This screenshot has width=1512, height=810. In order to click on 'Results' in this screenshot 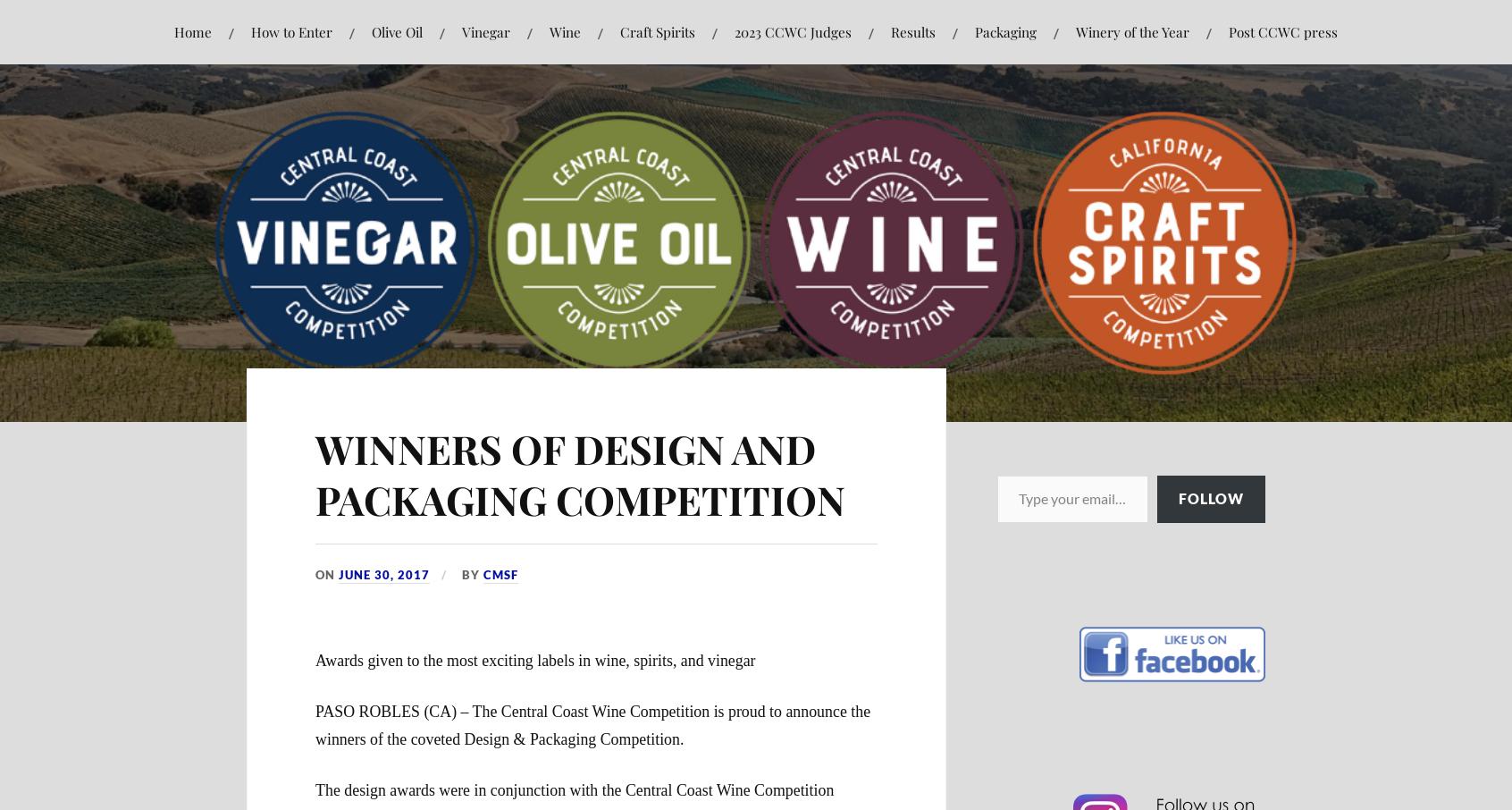, I will do `click(911, 30)`.